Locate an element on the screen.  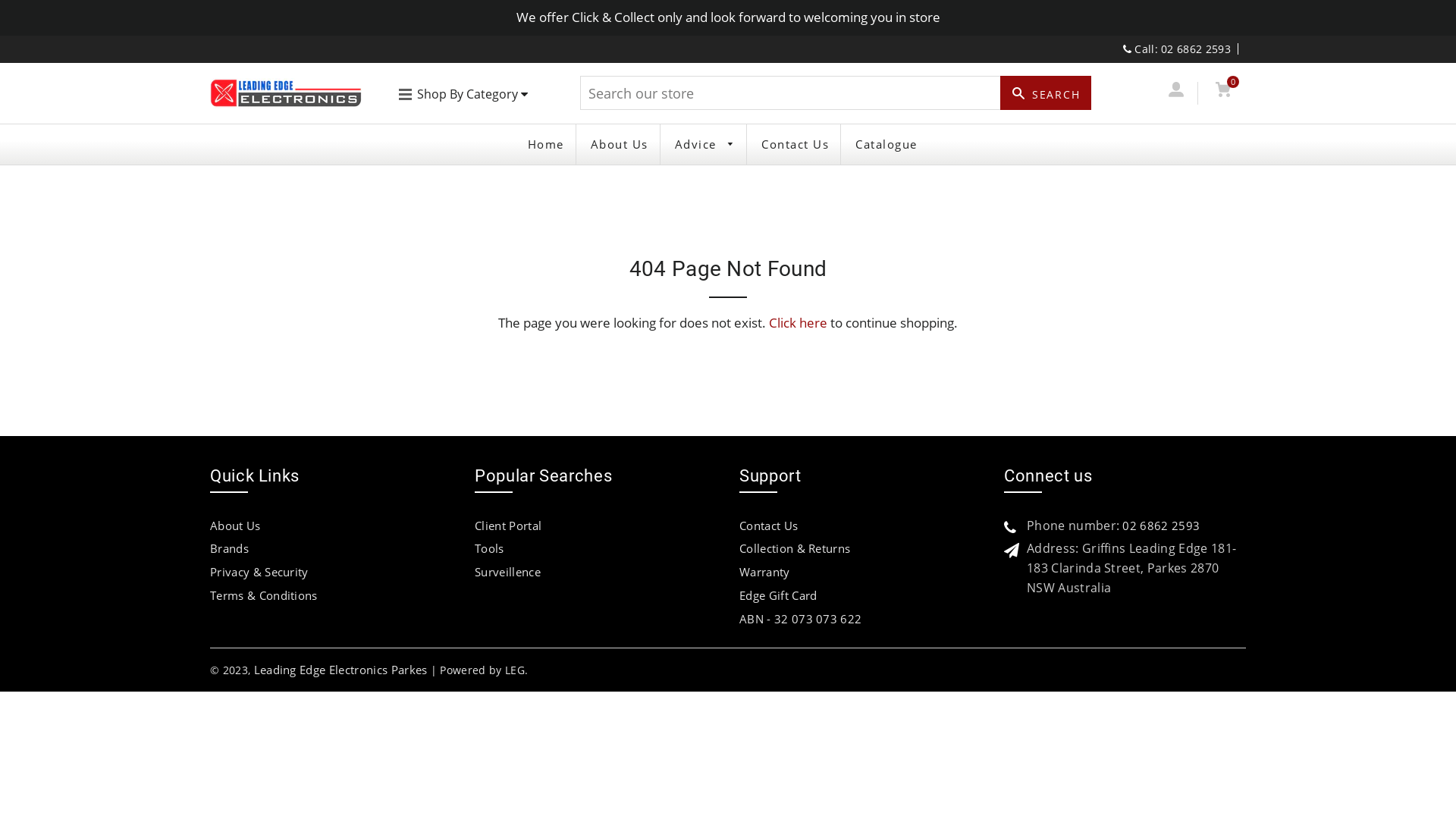
'SEARCH' is located at coordinates (1000, 93).